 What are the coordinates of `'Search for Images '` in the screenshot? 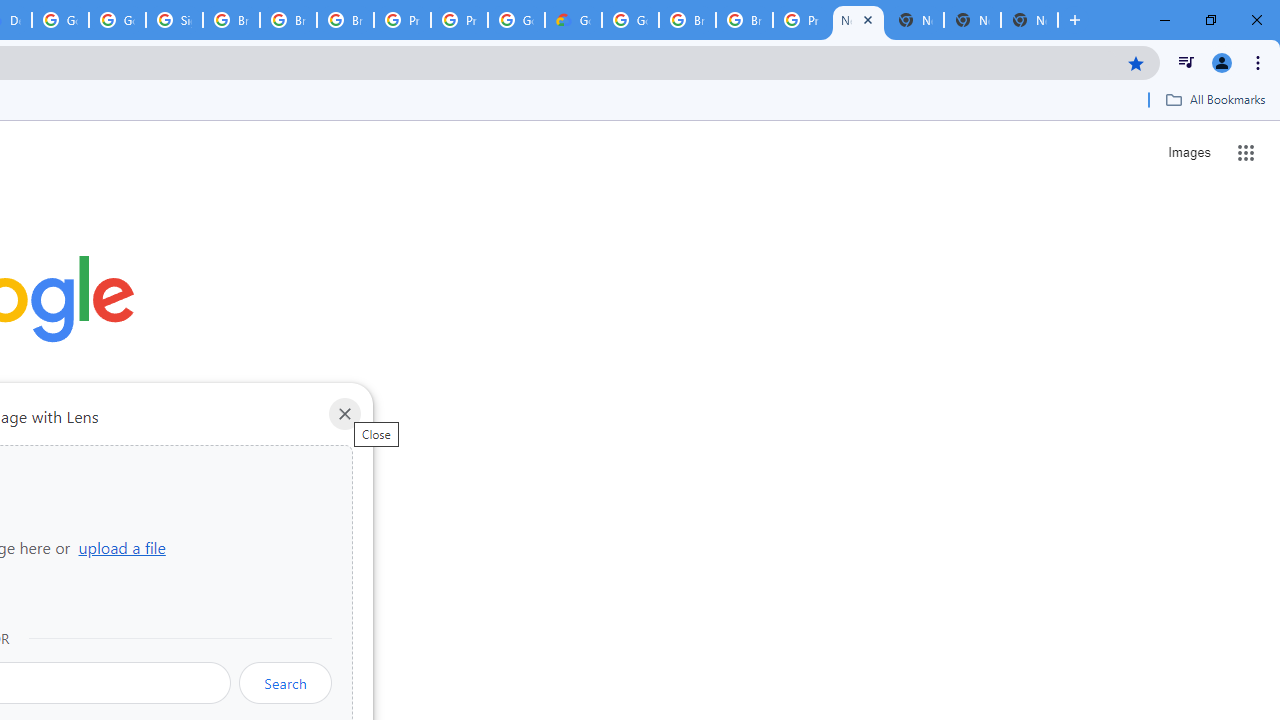 It's located at (1189, 152).